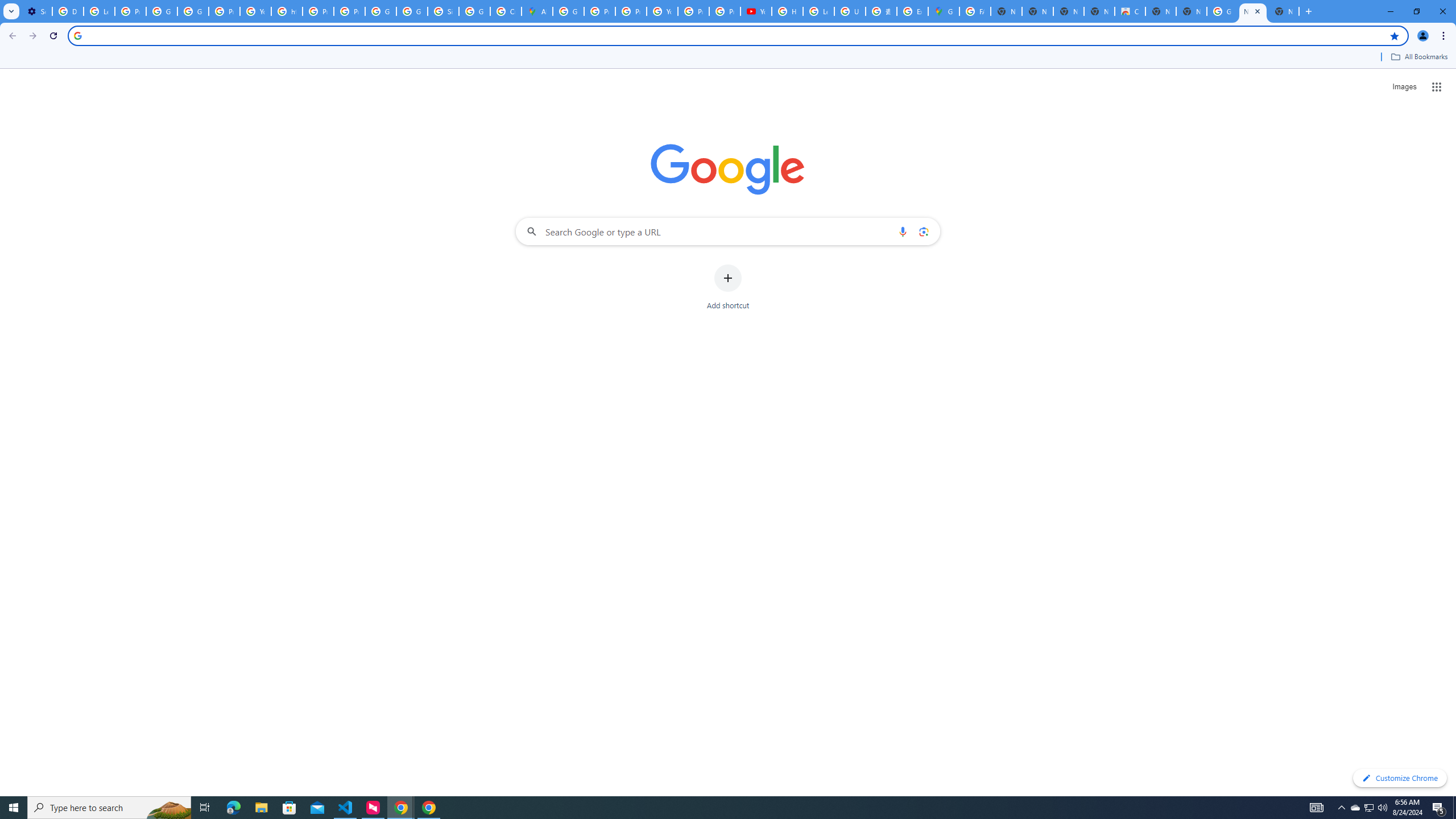  Describe the element at coordinates (1129, 11) in the screenshot. I see `'Chrome Web Store'` at that location.